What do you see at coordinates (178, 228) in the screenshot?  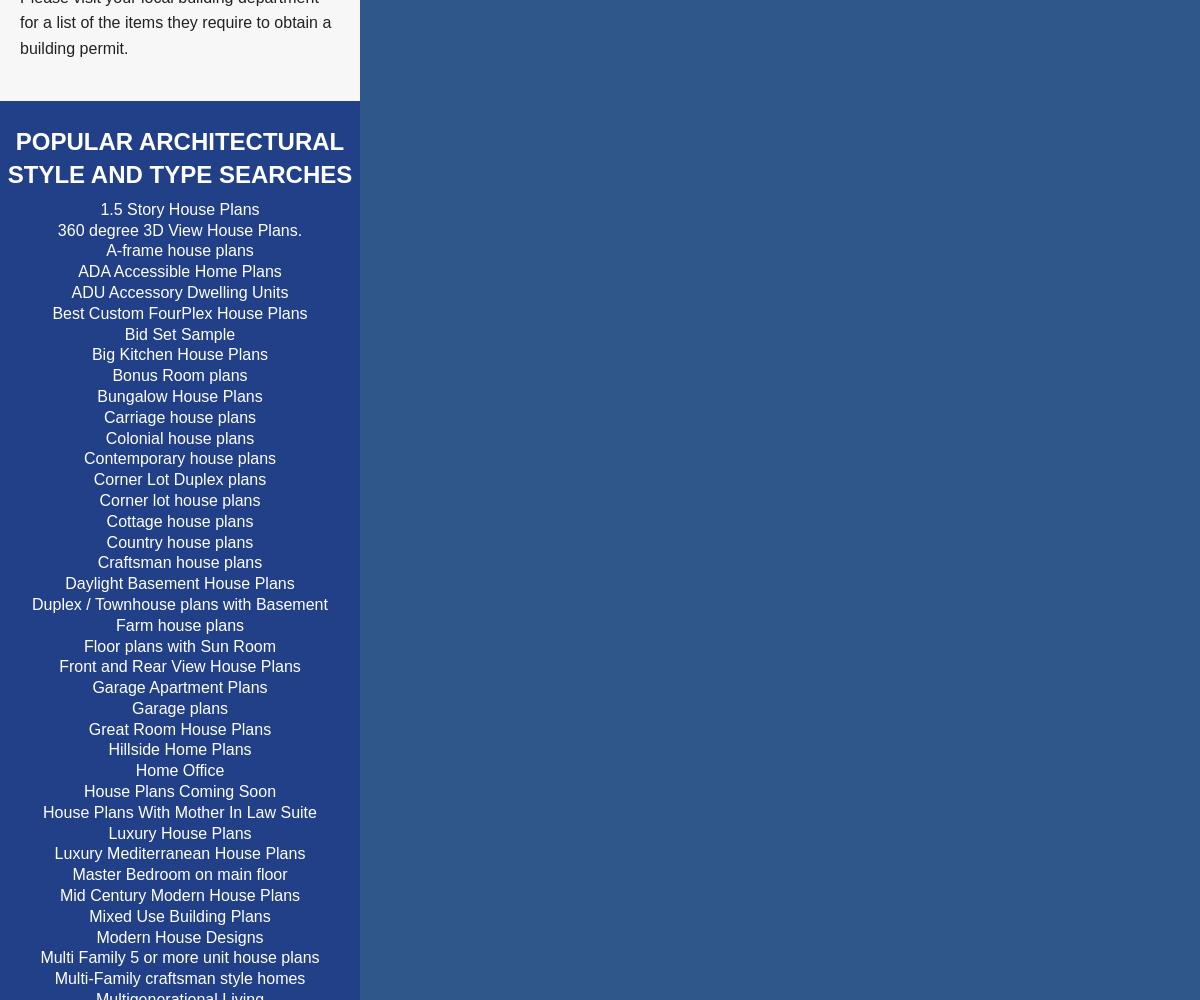 I see `'360 degree 3D View House Plans.'` at bounding box center [178, 228].